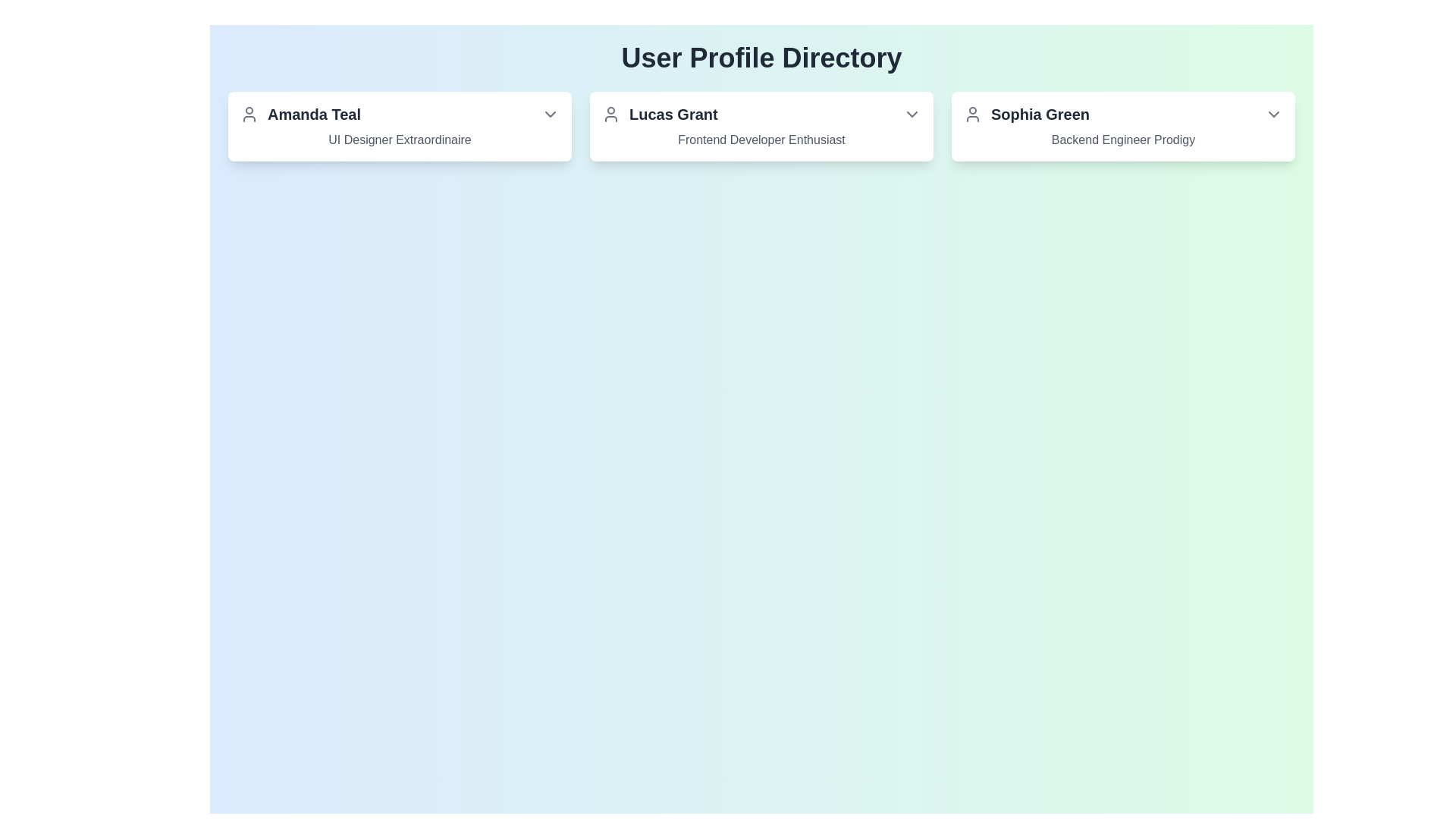  What do you see at coordinates (549, 113) in the screenshot?
I see `the chevron down icon located at the rightmost position of the 'Amanda Teal' profile` at bounding box center [549, 113].